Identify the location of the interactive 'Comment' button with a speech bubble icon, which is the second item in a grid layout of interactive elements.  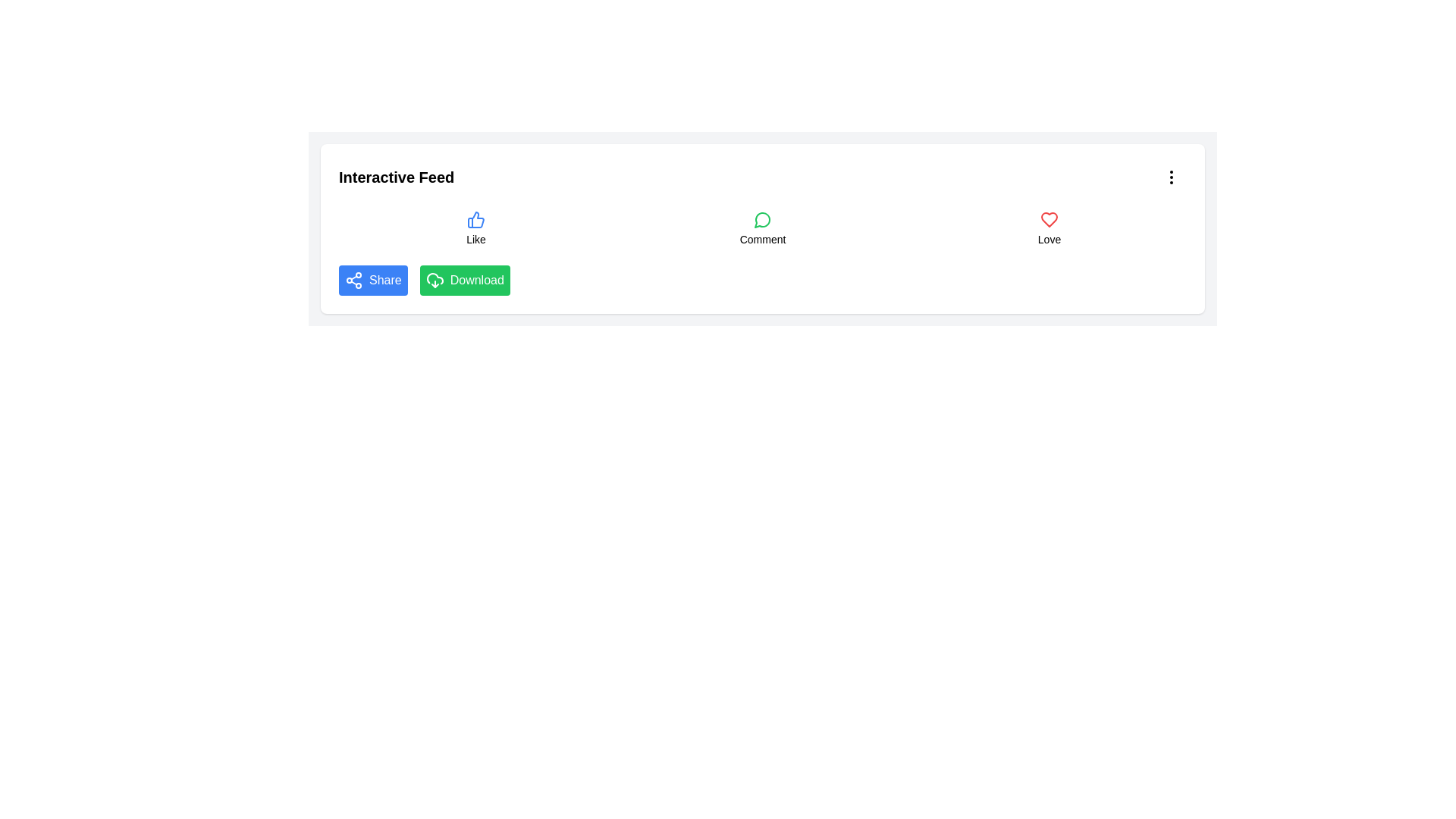
(763, 228).